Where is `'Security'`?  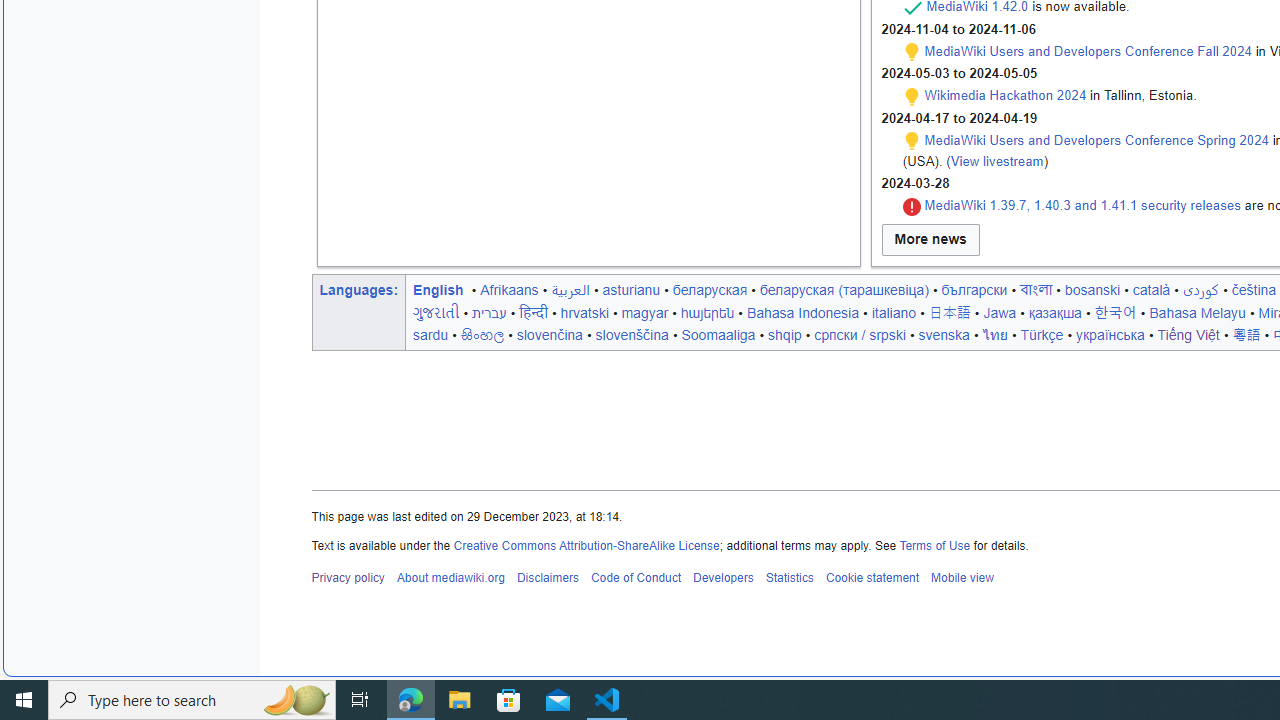 'Security' is located at coordinates (911, 206).